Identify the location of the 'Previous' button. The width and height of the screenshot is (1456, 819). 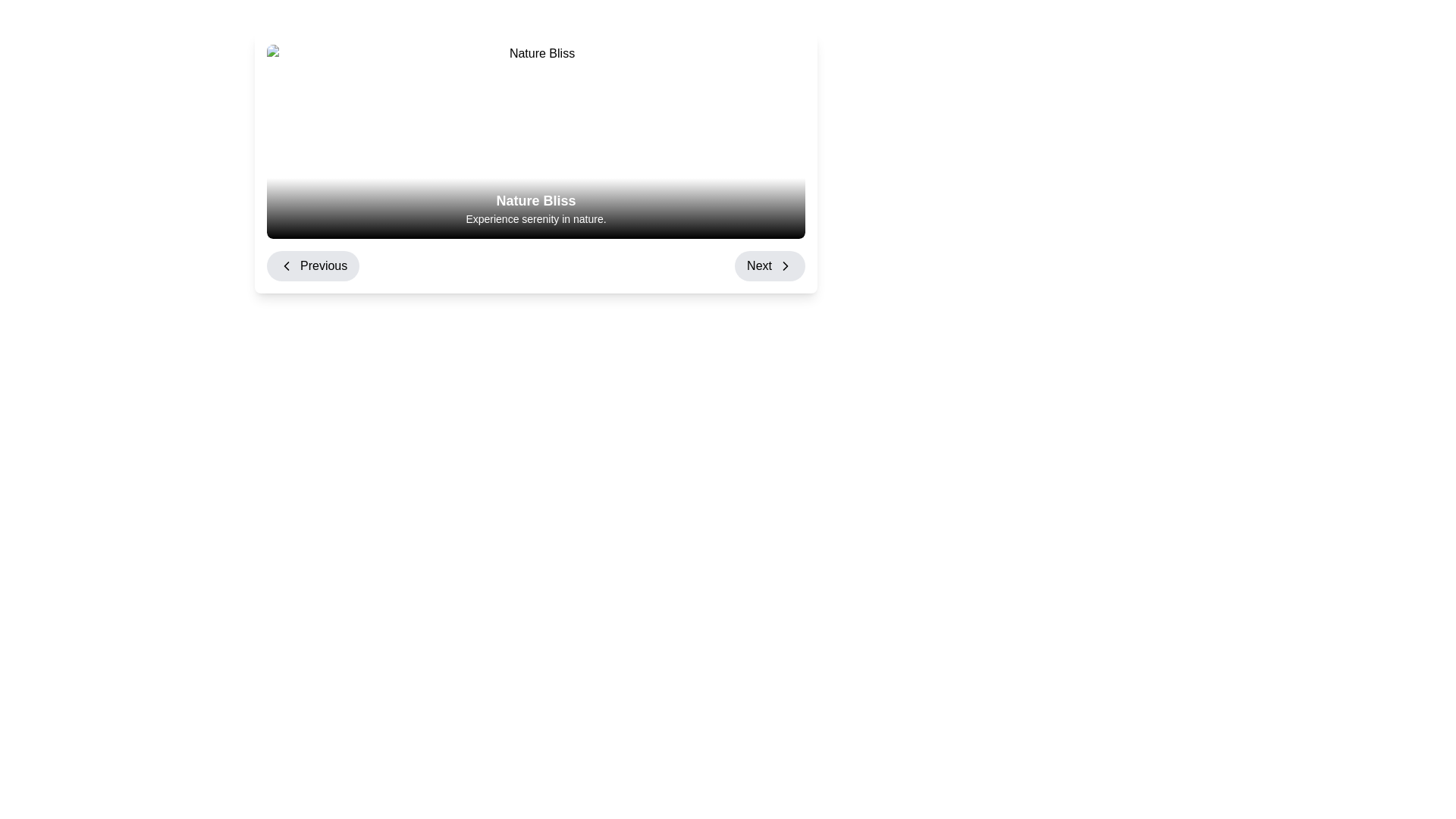
(312, 265).